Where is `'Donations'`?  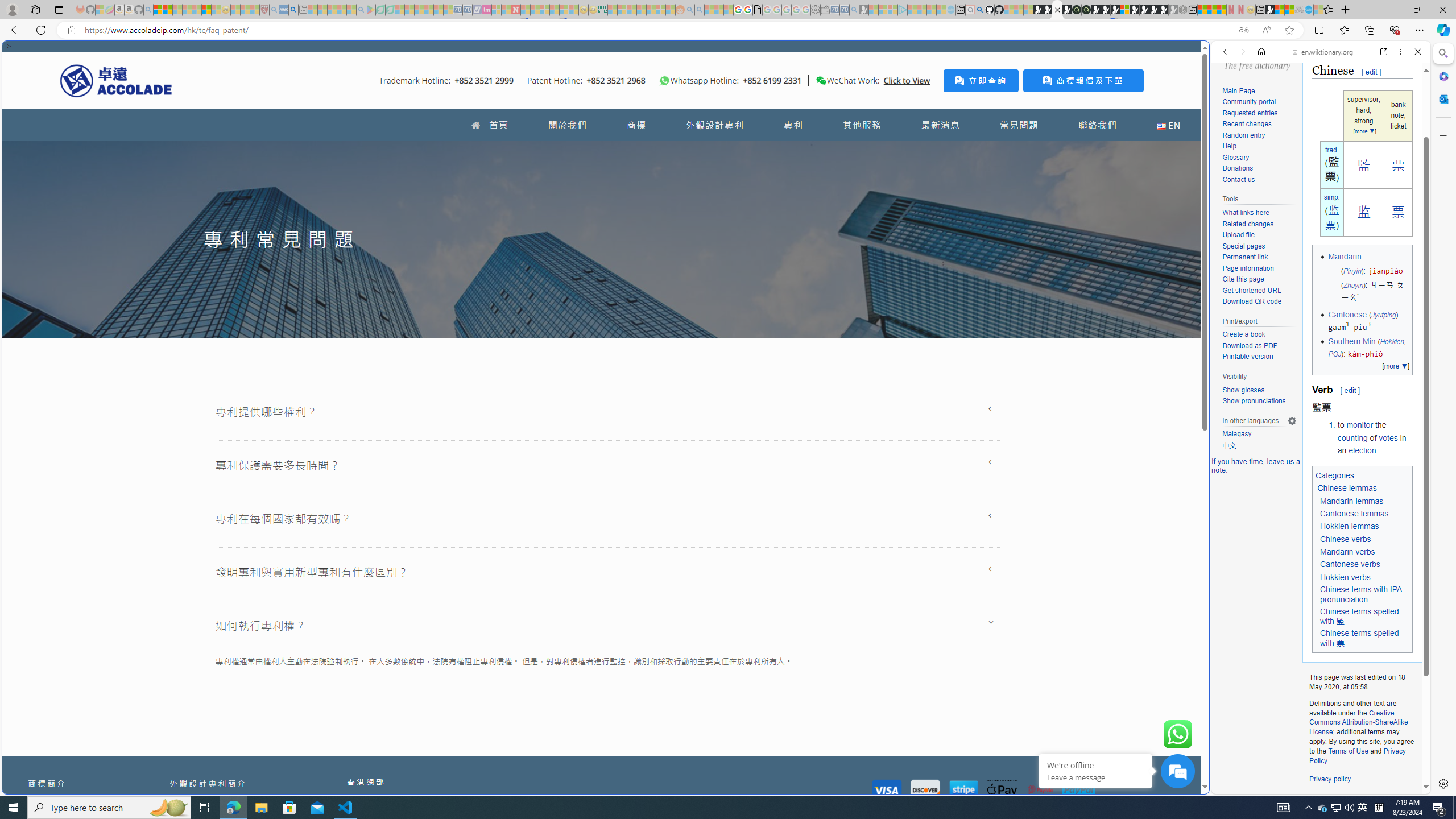 'Donations' is located at coordinates (1259, 168).